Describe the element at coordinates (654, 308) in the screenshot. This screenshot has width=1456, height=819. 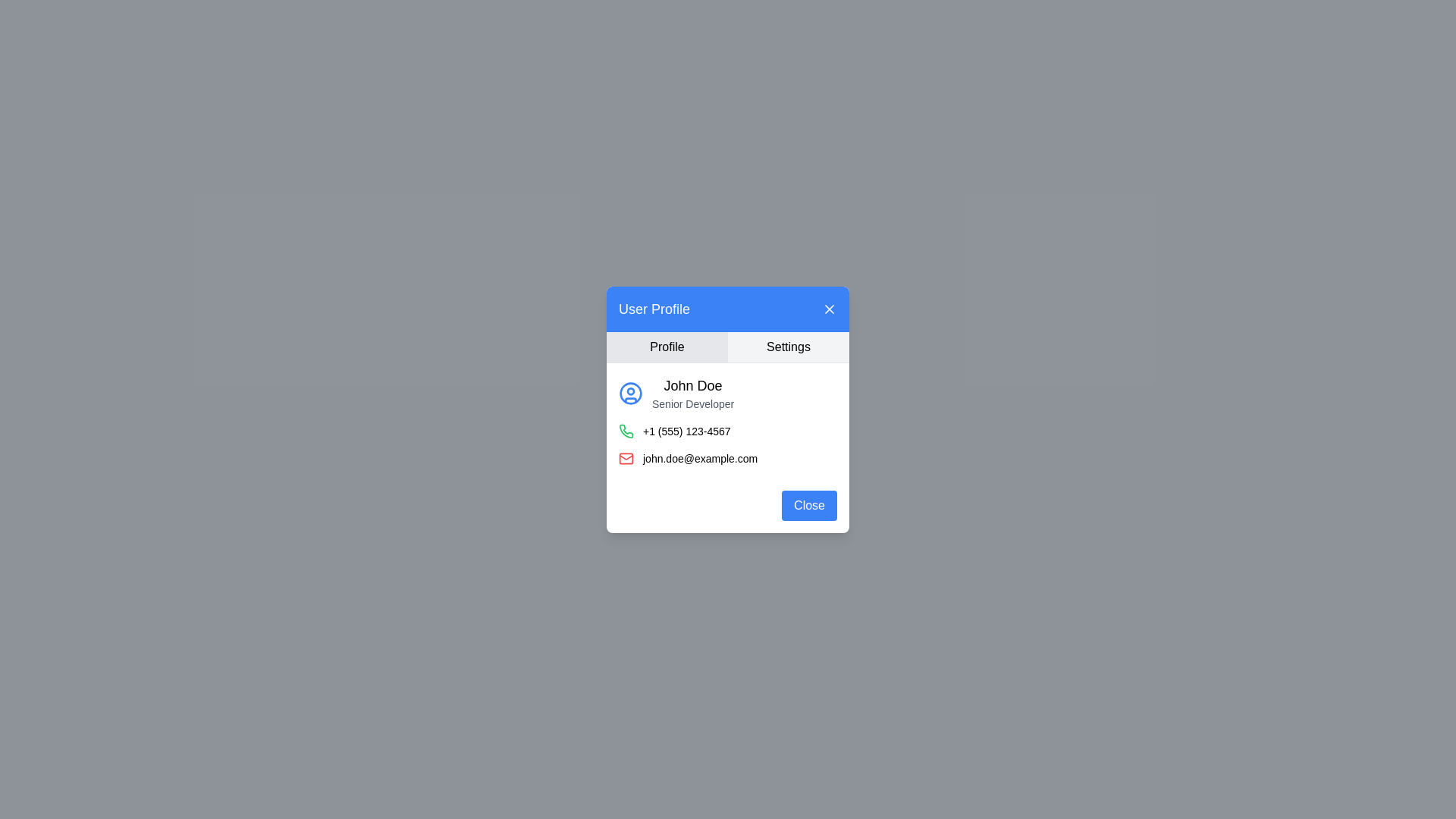
I see `the label or static text that serves as the title for the user profile card, which is left-aligned in the blue header bar` at that location.